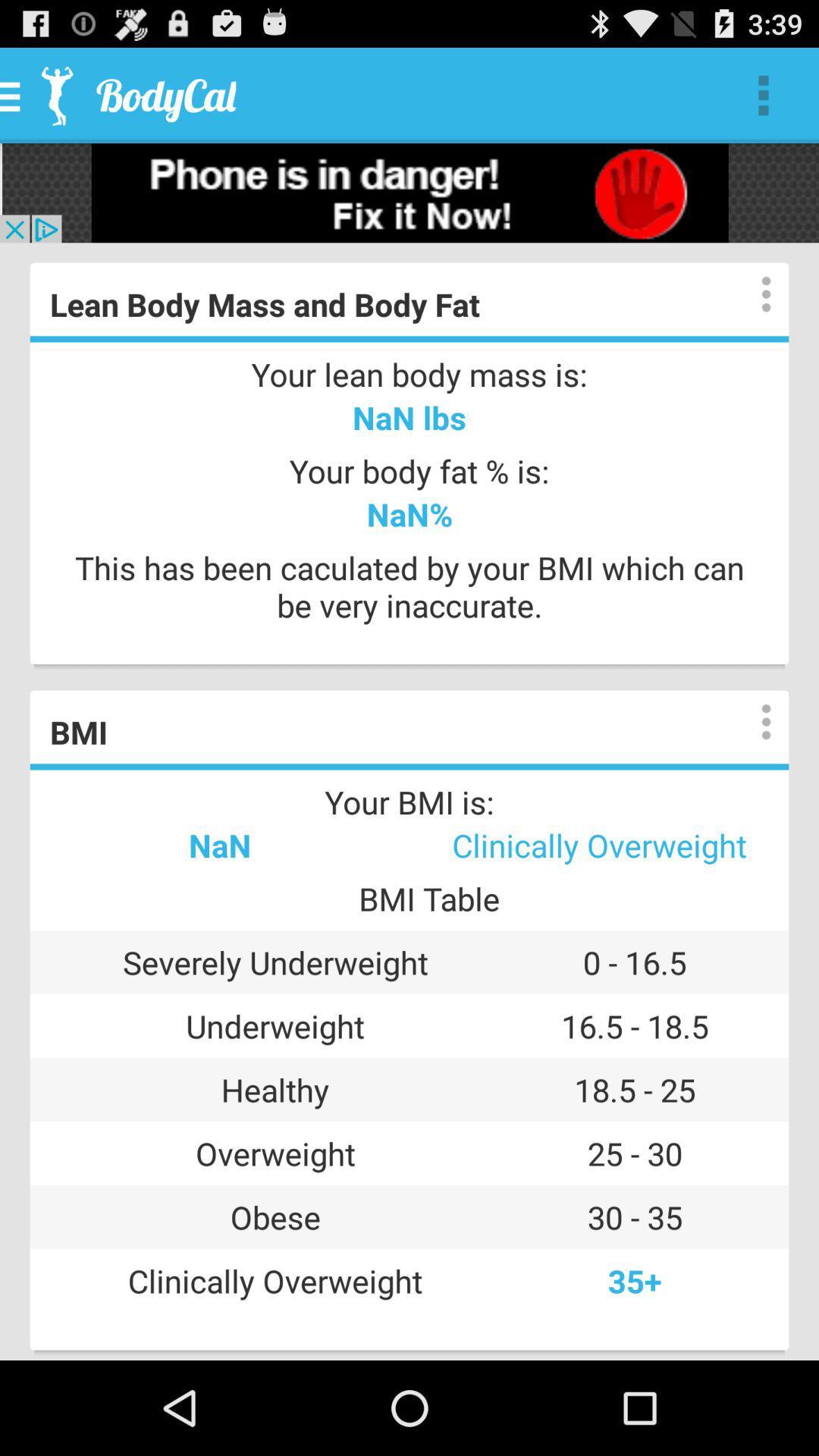  I want to click on search the option, so click(751, 721).